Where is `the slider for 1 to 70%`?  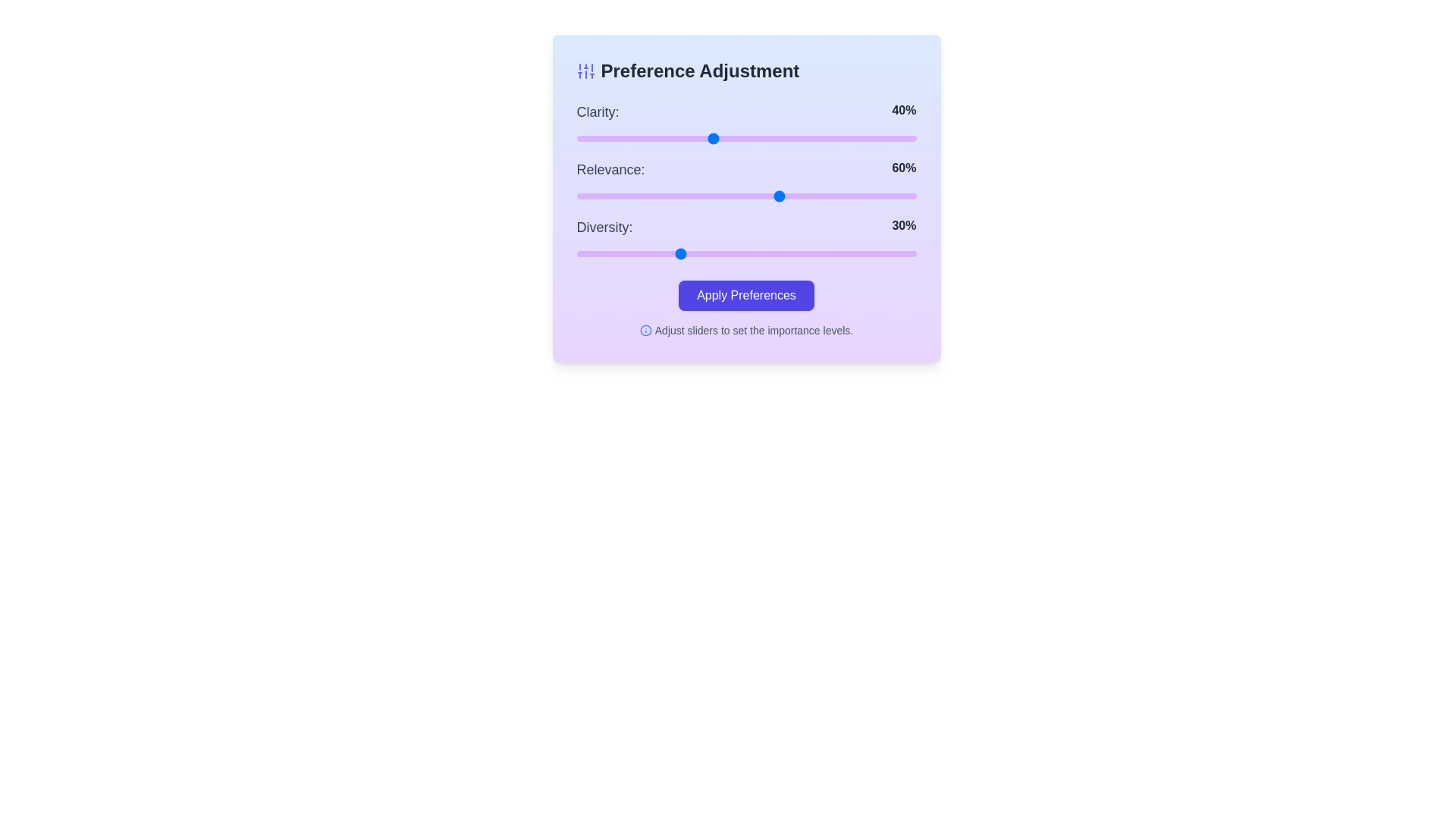 the slider for 1 to 70% is located at coordinates (814, 195).